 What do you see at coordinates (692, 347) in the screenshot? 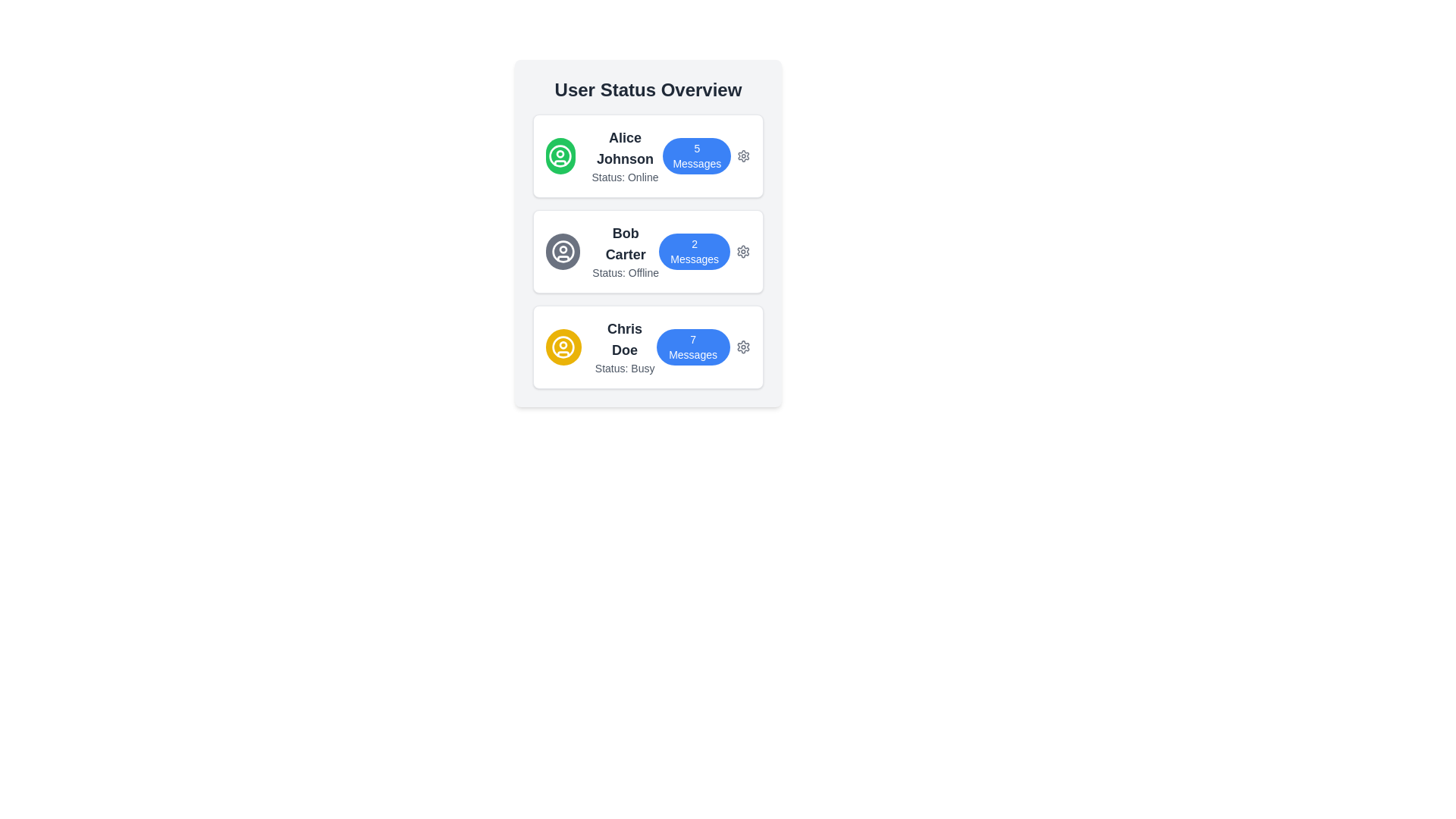
I see `the informational badge displaying the number of messages for 'Chris Doe', located in the bottom section of the 'User Status Overview' card` at bounding box center [692, 347].